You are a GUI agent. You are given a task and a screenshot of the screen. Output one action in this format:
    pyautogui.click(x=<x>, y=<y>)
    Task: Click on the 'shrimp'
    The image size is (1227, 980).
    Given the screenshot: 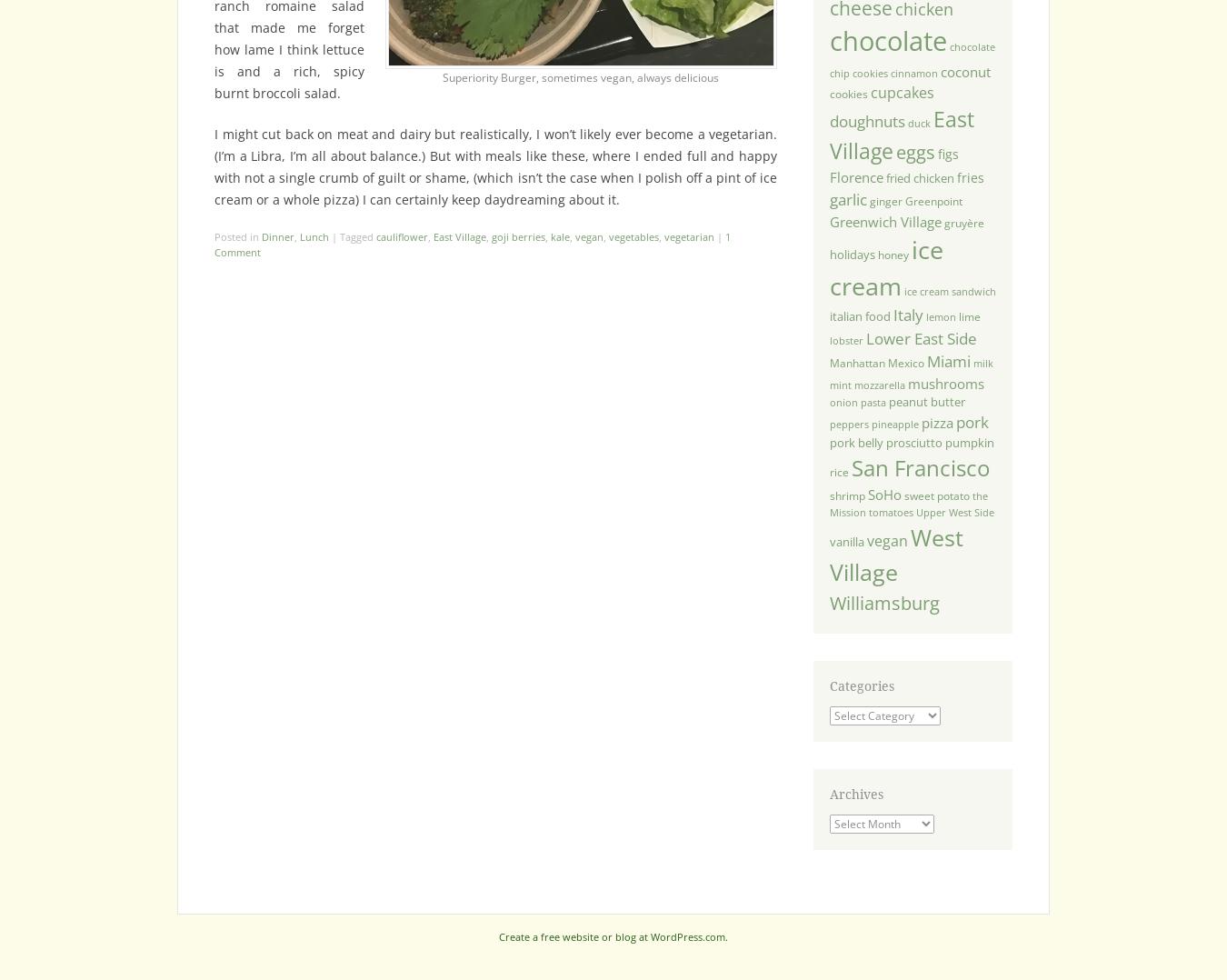 What is the action you would take?
    pyautogui.click(x=845, y=495)
    